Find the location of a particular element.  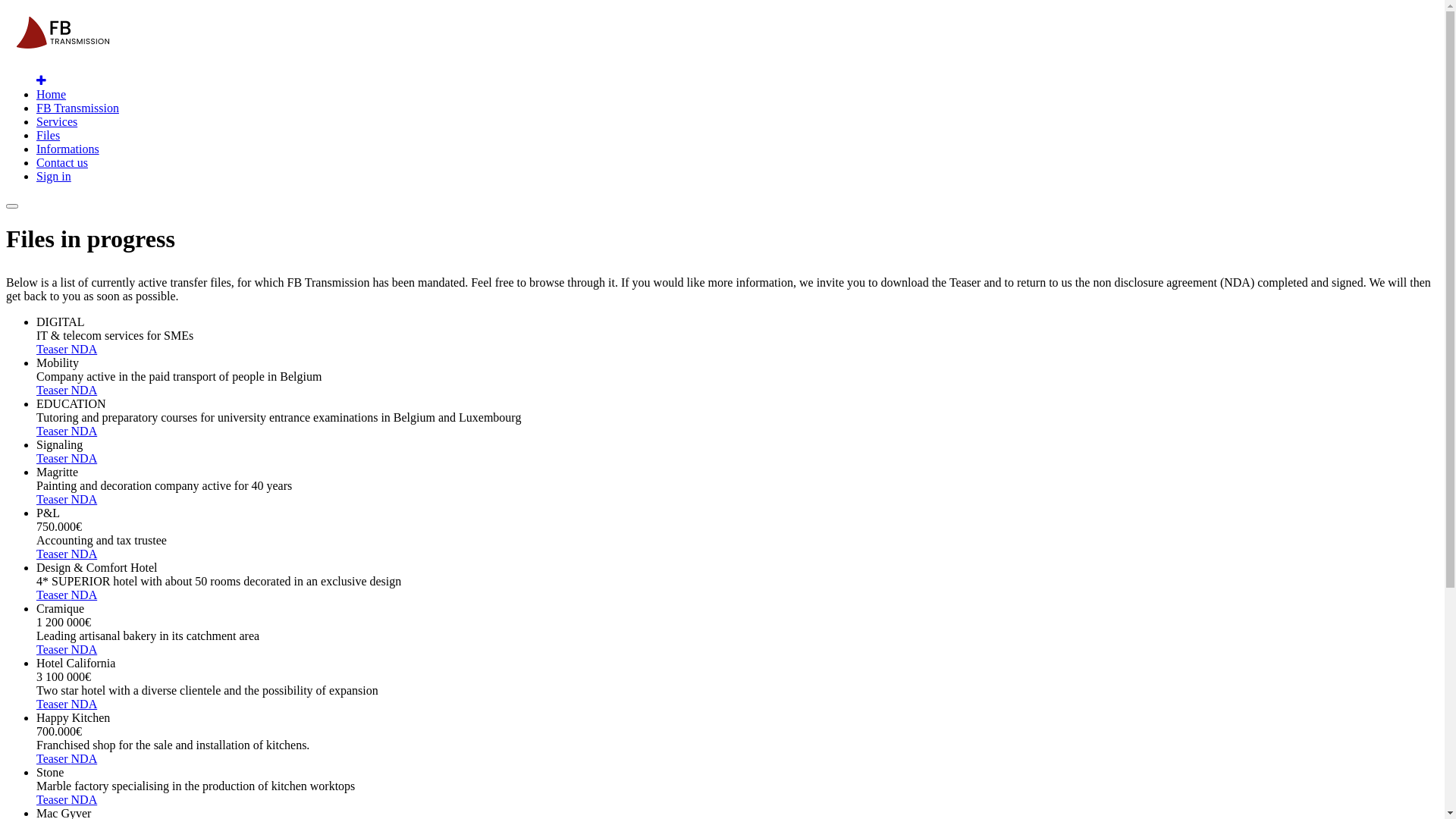

'Teaser' is located at coordinates (54, 499).